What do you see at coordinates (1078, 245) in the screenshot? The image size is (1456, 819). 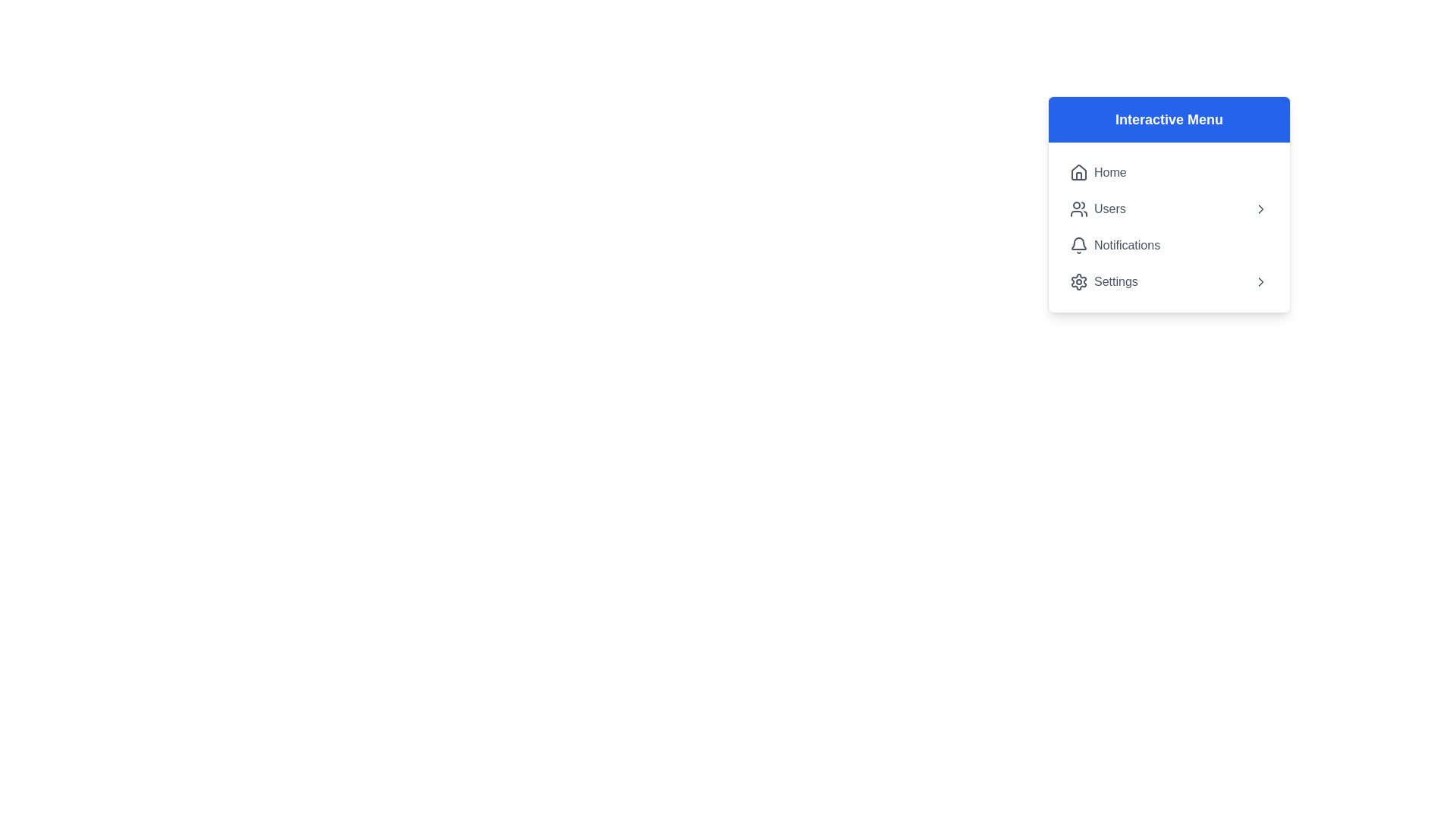 I see `the gray bell-shaped icon next to the 'Notifications' text in the menu list` at bounding box center [1078, 245].